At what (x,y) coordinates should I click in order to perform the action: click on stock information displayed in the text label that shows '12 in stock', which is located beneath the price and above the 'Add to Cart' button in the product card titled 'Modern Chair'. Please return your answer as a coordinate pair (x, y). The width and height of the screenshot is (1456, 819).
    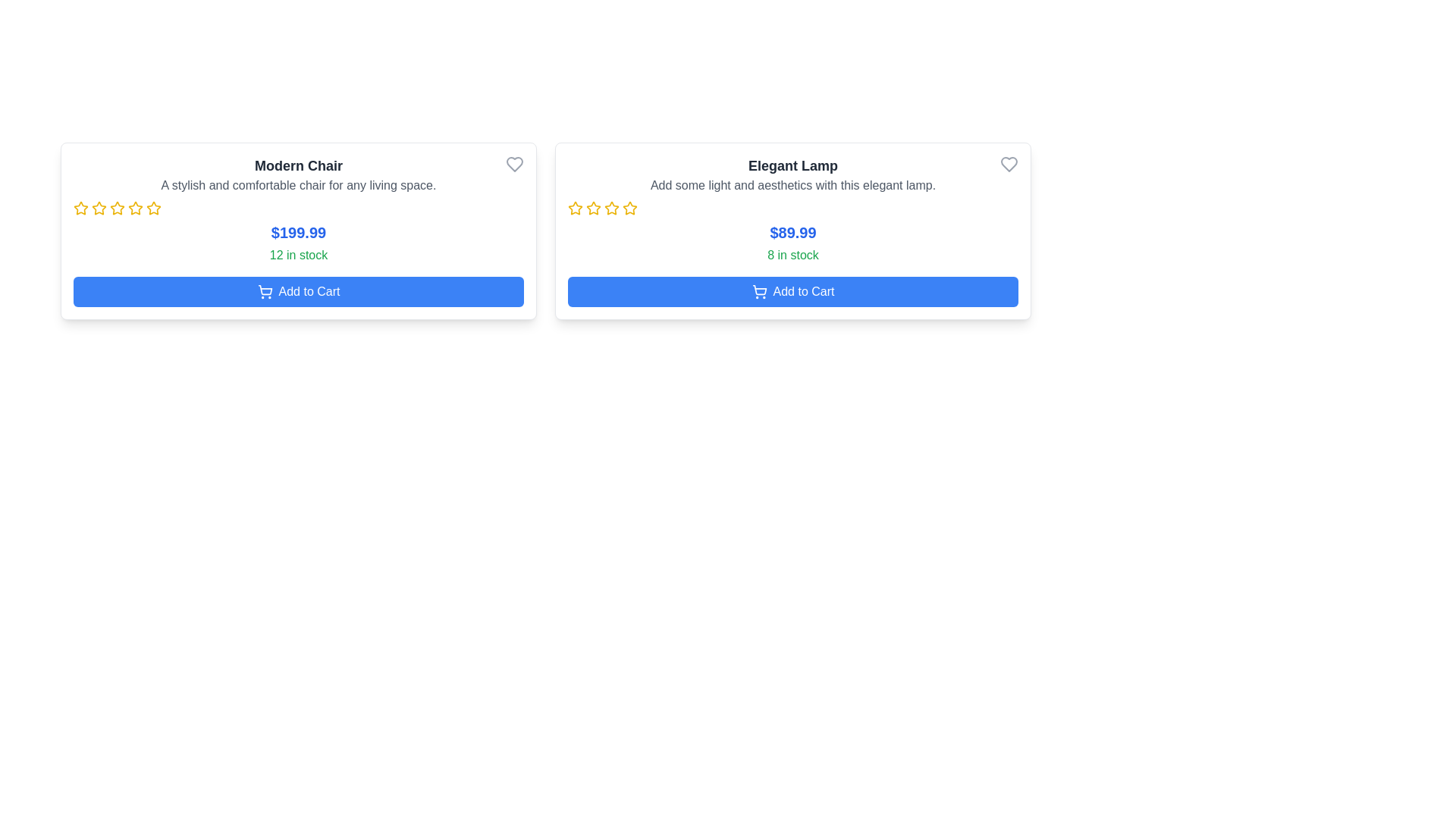
    Looking at the image, I should click on (298, 254).